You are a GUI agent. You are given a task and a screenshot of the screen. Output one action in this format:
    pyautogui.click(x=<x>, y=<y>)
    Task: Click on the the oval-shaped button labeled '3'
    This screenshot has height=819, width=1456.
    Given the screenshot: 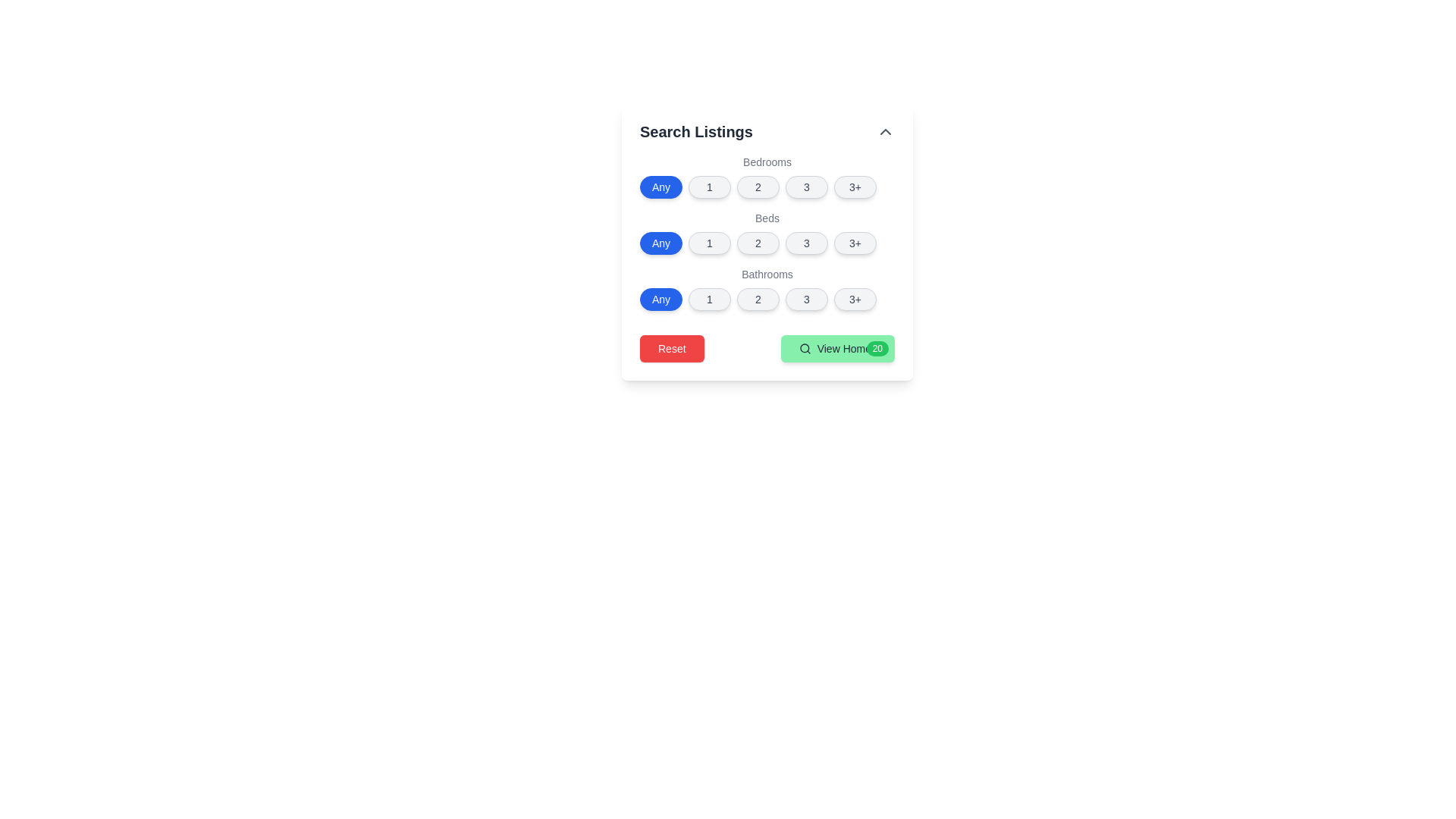 What is the action you would take?
    pyautogui.click(x=806, y=186)
    